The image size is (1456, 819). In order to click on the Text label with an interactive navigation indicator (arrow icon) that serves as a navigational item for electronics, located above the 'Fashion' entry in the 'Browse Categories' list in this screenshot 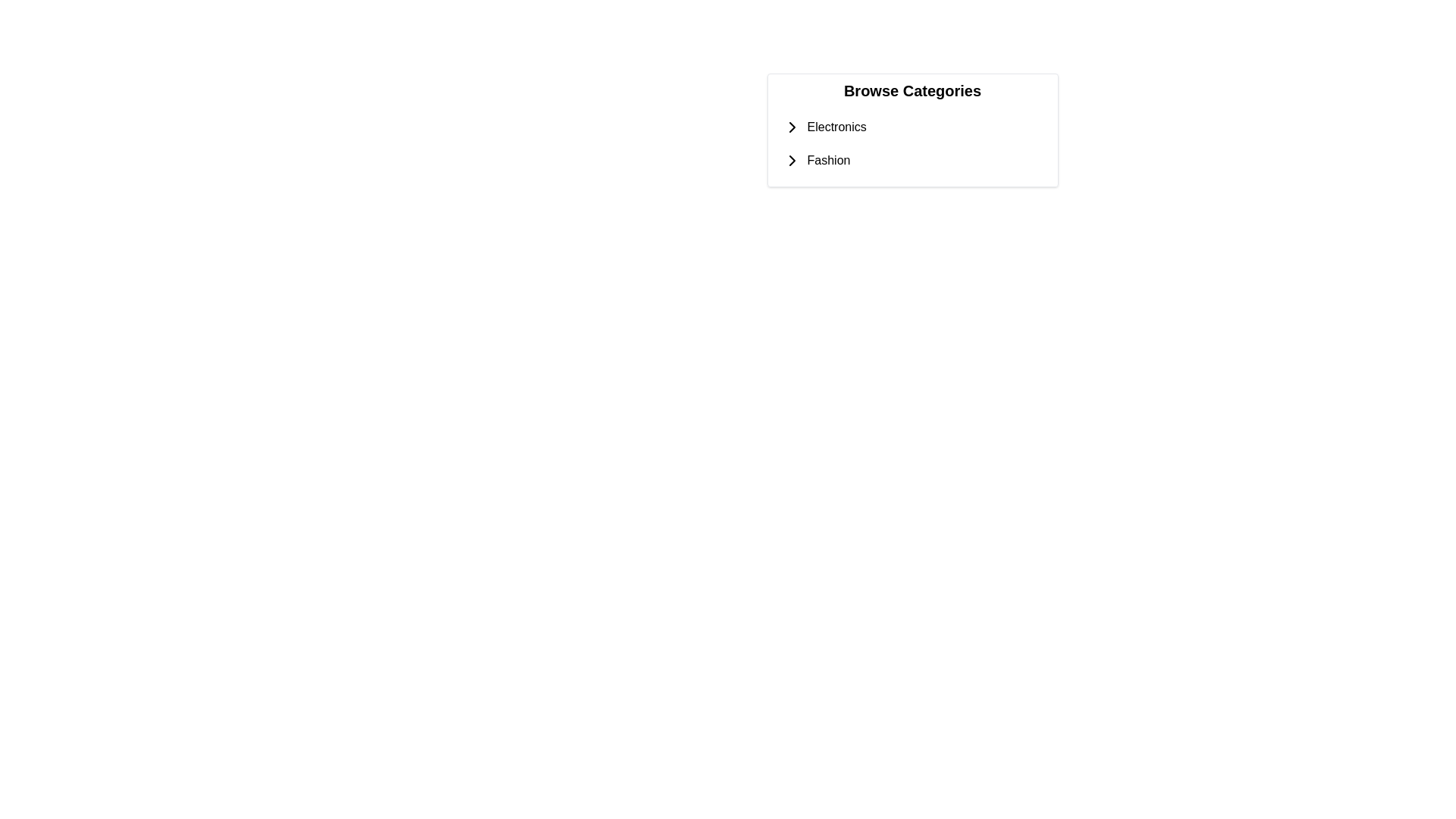, I will do `click(912, 127)`.